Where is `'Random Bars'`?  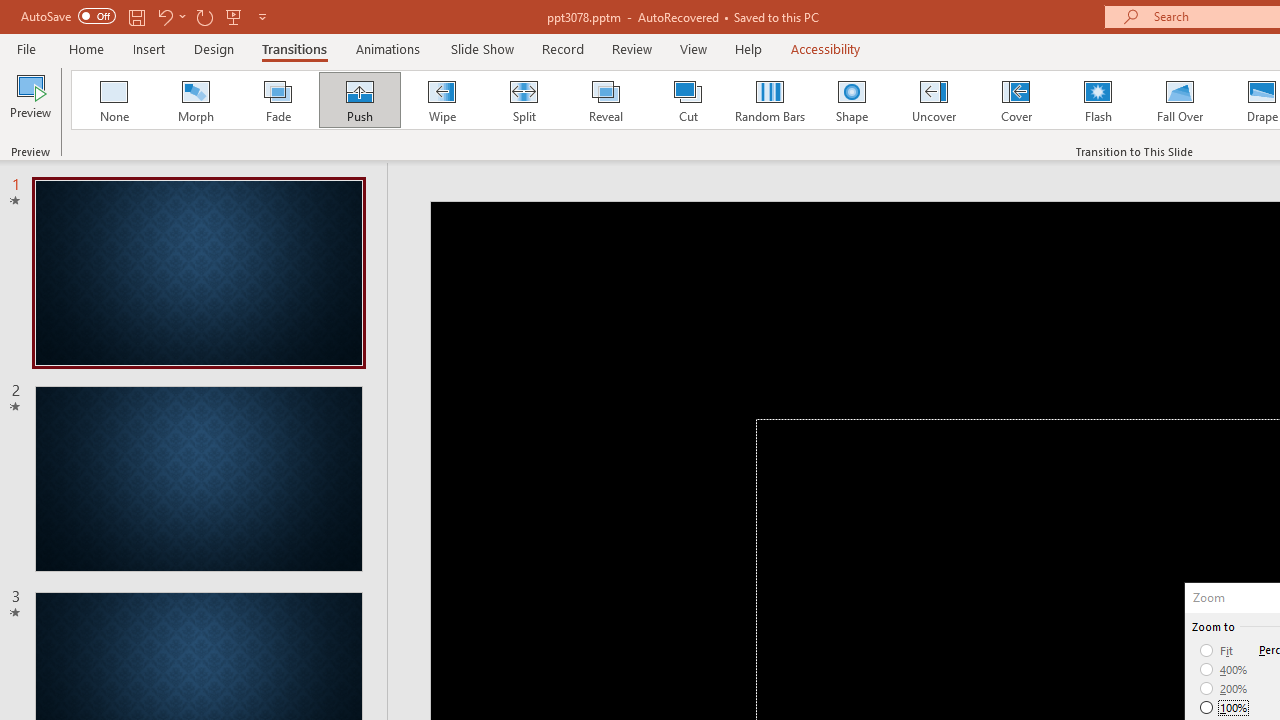 'Random Bars' is located at coordinates (769, 100).